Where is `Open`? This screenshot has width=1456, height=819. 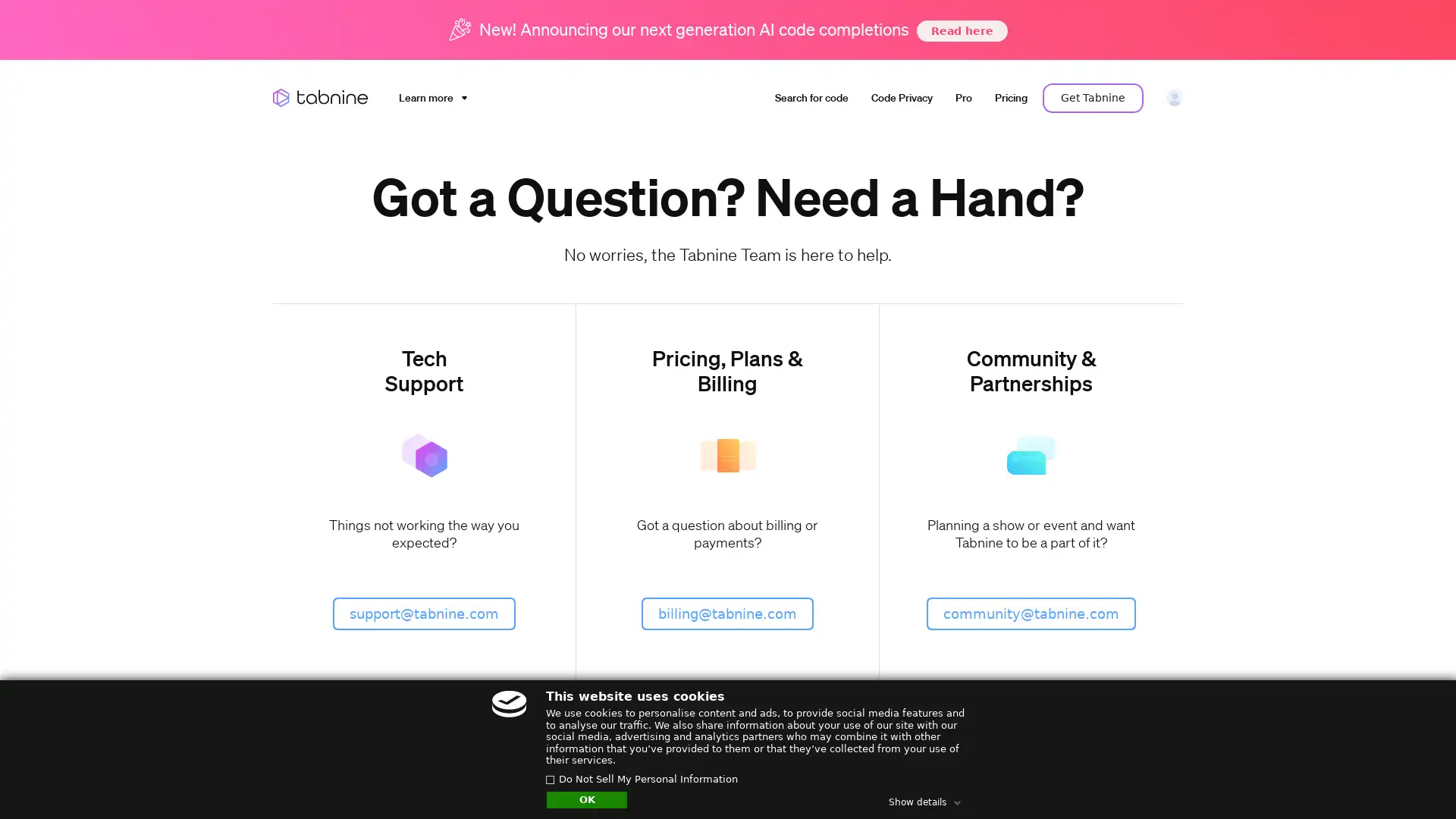
Open is located at coordinates (1410, 778).